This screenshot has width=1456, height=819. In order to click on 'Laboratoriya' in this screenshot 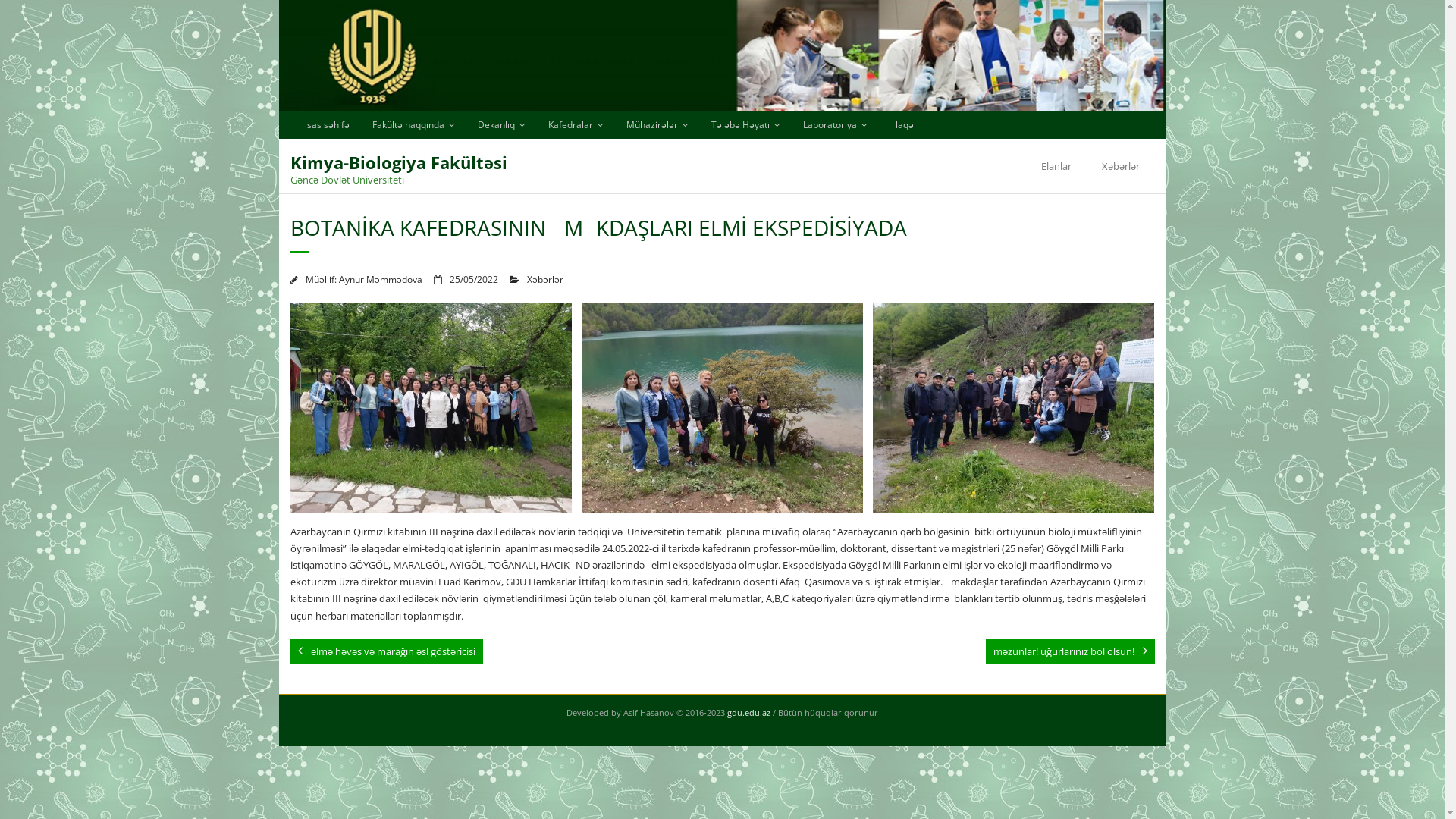, I will do `click(834, 124)`.